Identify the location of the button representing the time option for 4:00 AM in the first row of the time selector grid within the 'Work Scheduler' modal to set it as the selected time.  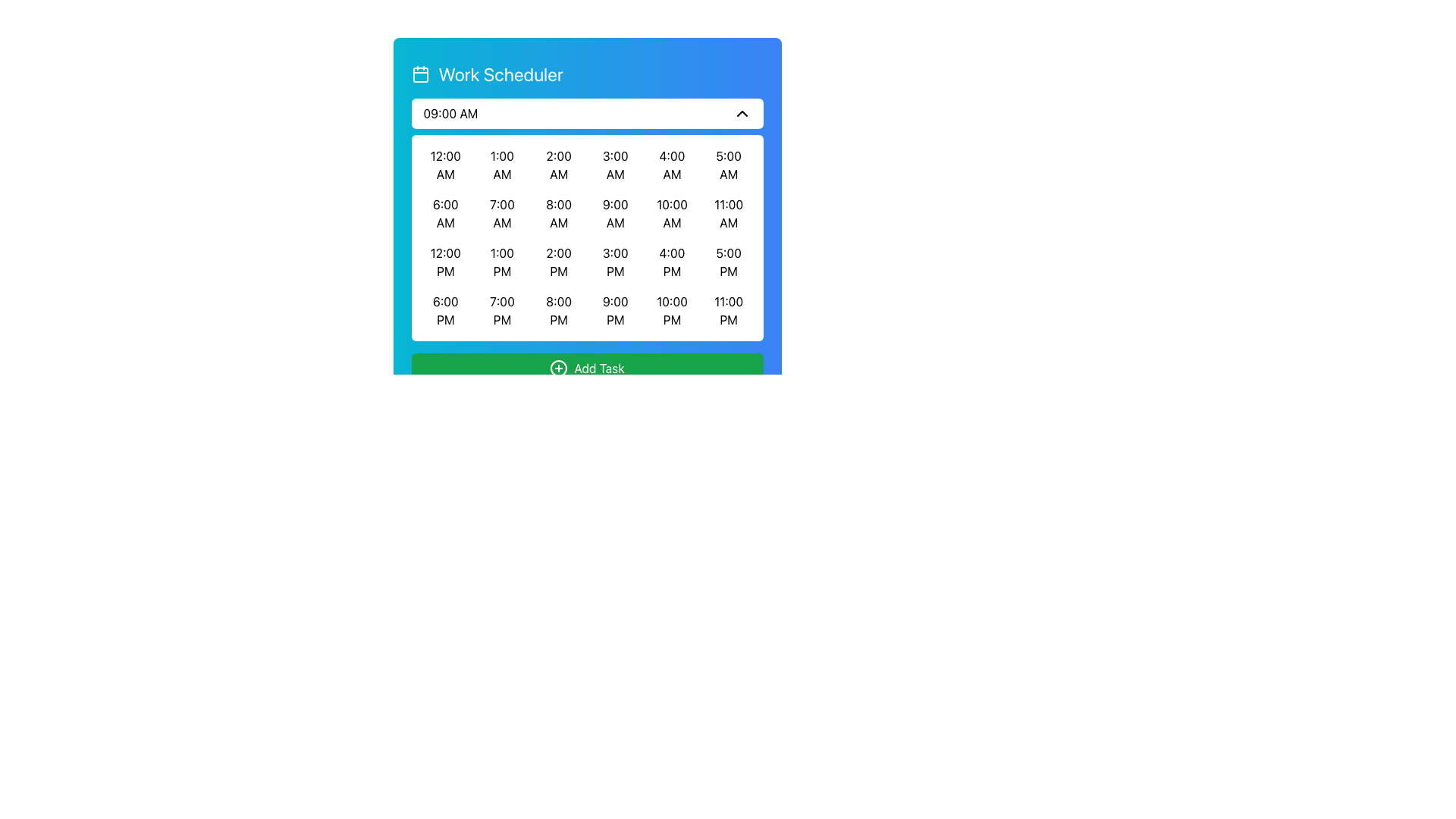
(671, 165).